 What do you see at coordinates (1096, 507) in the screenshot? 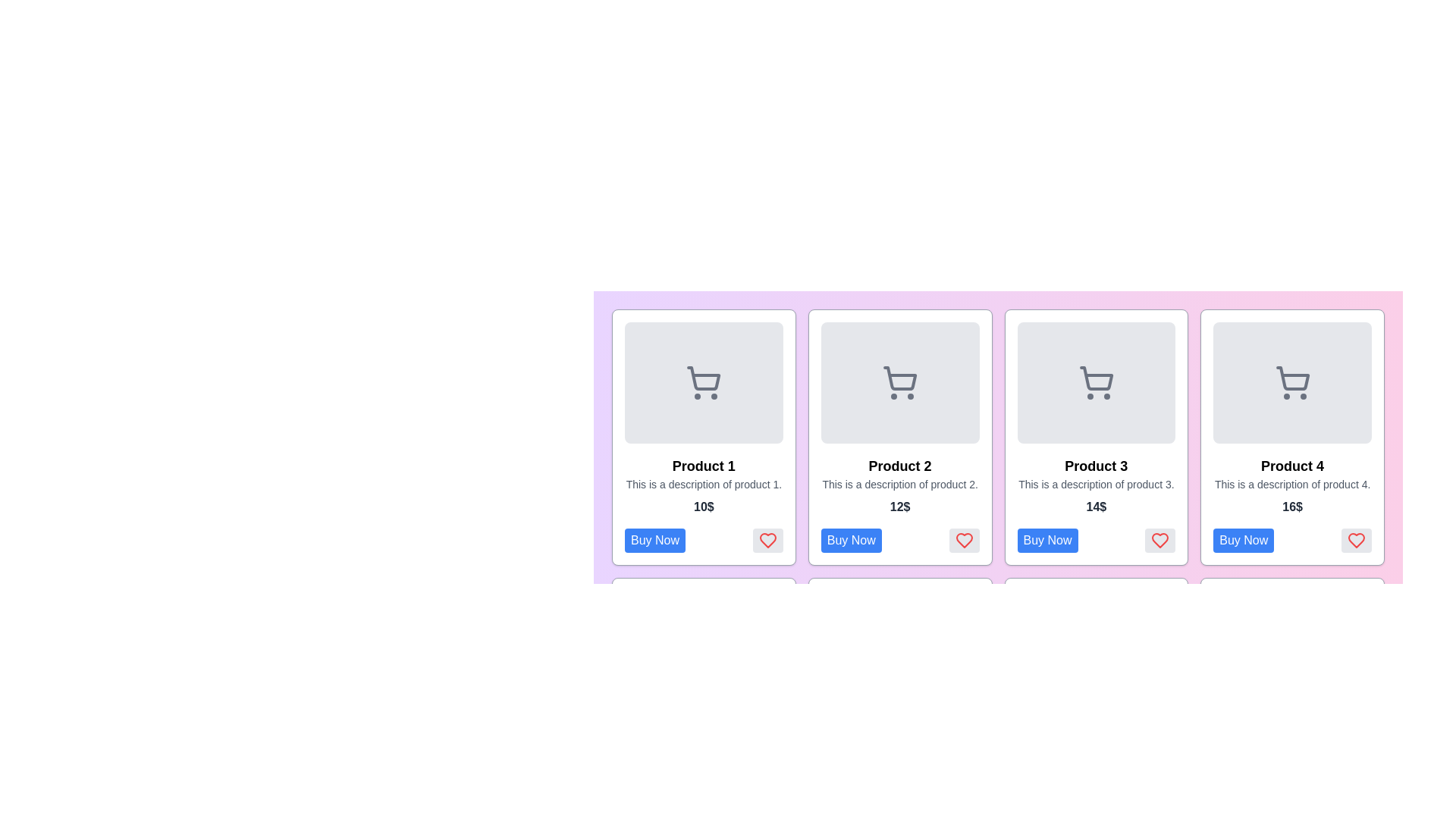
I see `the text label displaying '14$', which is styled with gray text on a white background and located below the description of 'Product 3'` at bounding box center [1096, 507].